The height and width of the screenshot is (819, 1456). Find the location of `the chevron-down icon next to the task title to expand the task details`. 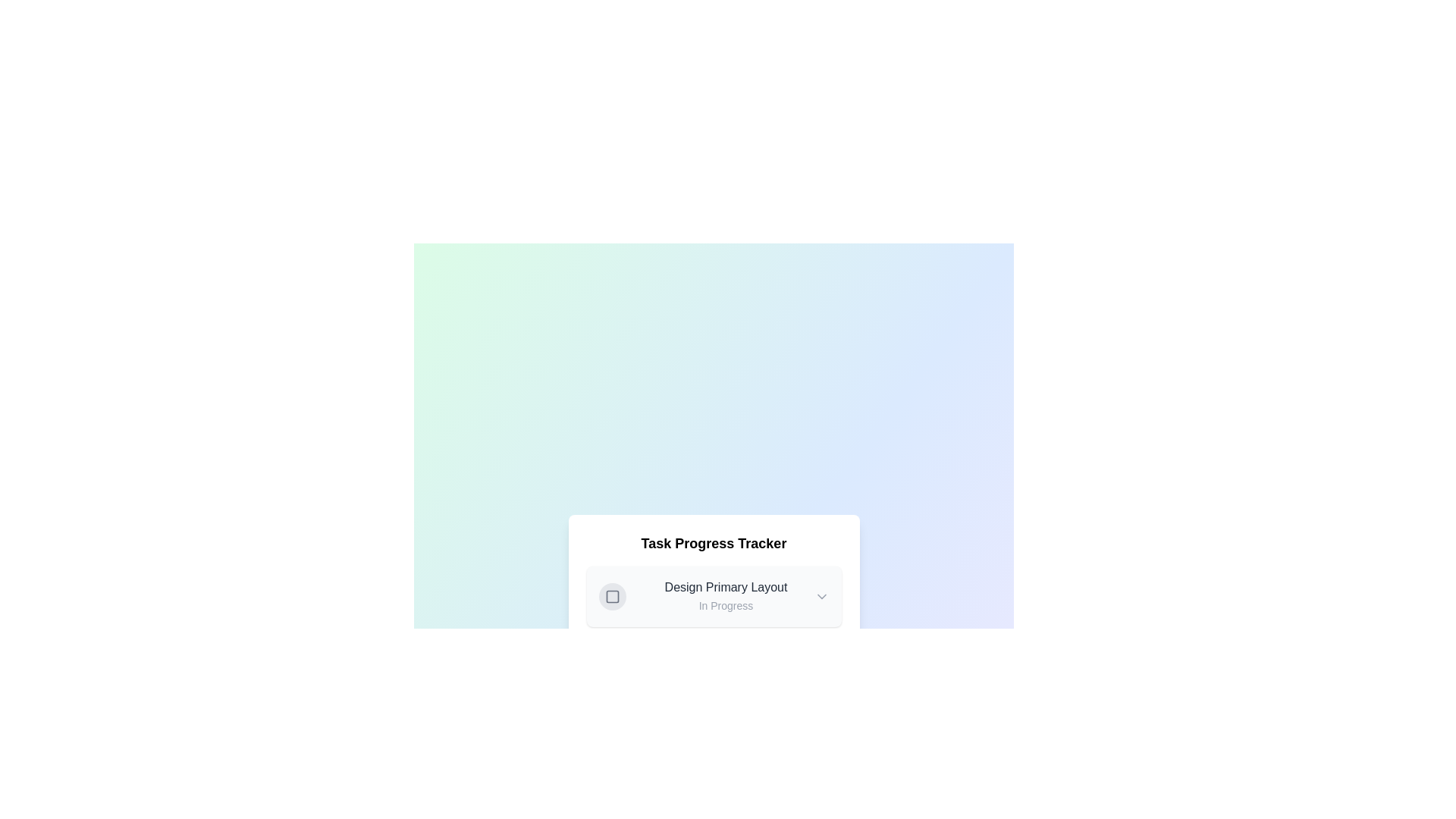

the chevron-down icon next to the task title to expand the task details is located at coordinates (821, 595).